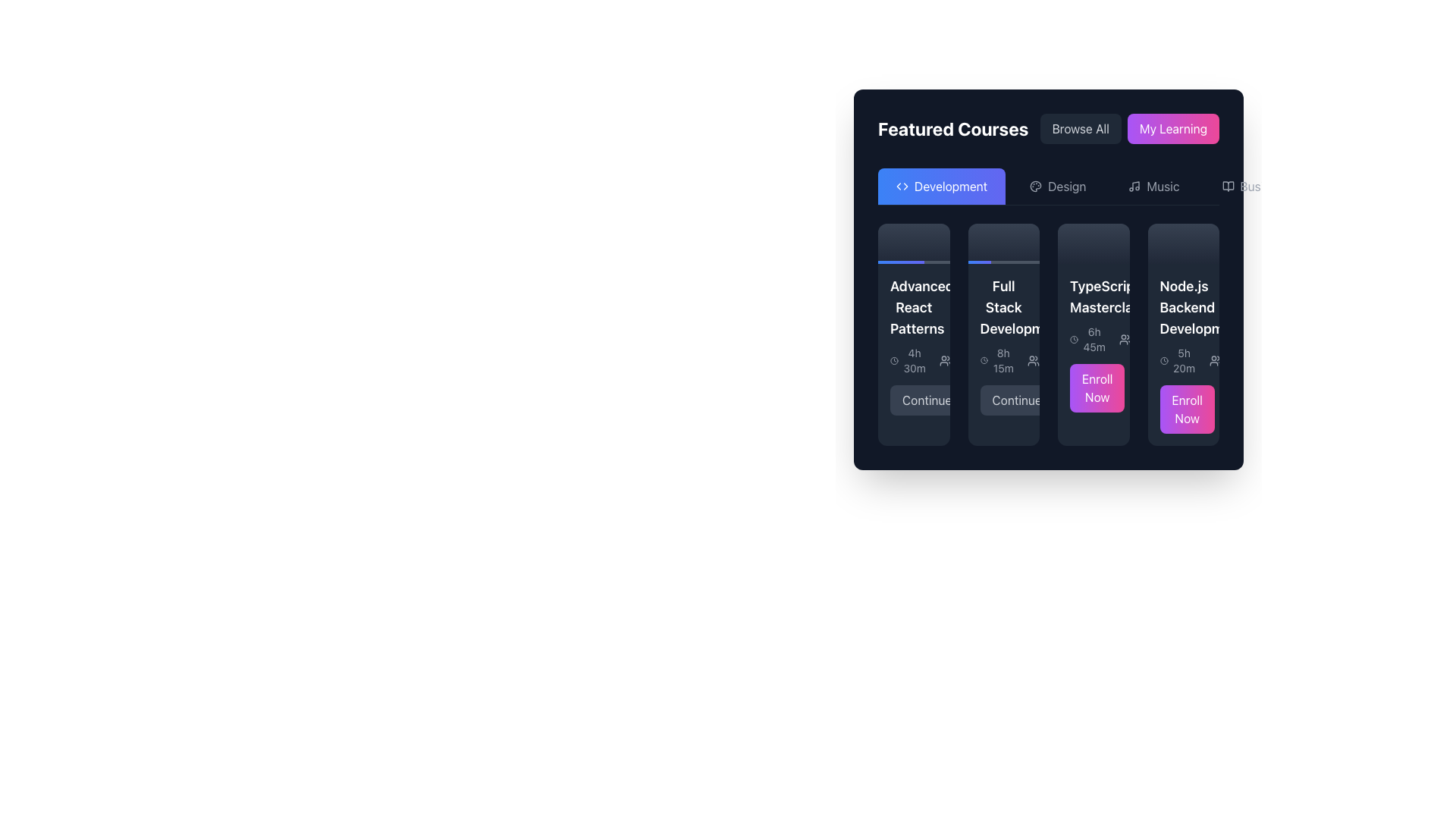 The height and width of the screenshot is (819, 1456). What do you see at coordinates (908, 361) in the screenshot?
I see `the text element indicating the duration of the course located in the lower left quadrant of the 'Advanced React Patterns' card in the 'Development' tab of the 'Featured Courses' section` at bounding box center [908, 361].